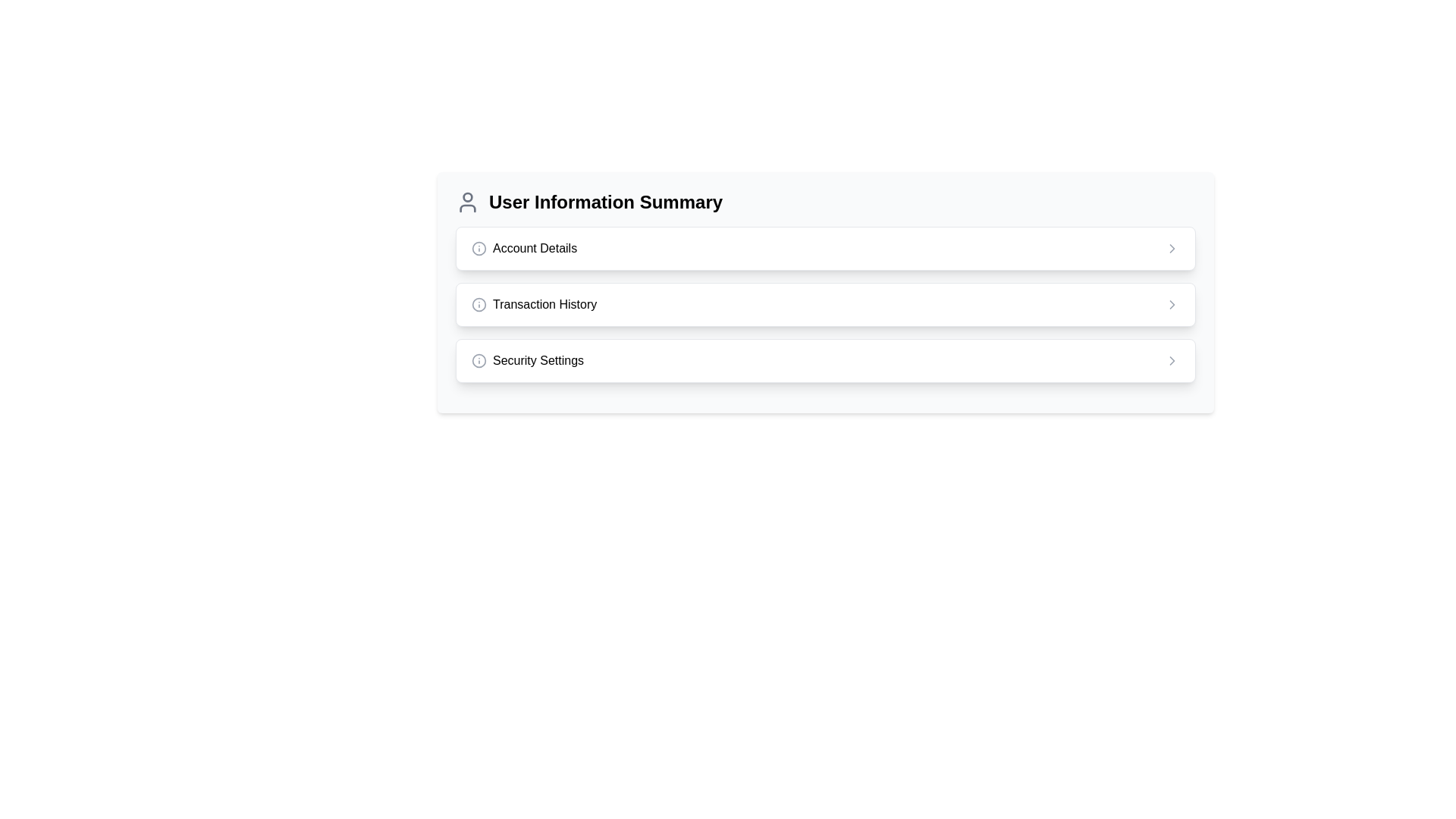  What do you see at coordinates (1171, 247) in the screenshot?
I see `the Chevron-Right icon next to the 'Account Details' row` at bounding box center [1171, 247].